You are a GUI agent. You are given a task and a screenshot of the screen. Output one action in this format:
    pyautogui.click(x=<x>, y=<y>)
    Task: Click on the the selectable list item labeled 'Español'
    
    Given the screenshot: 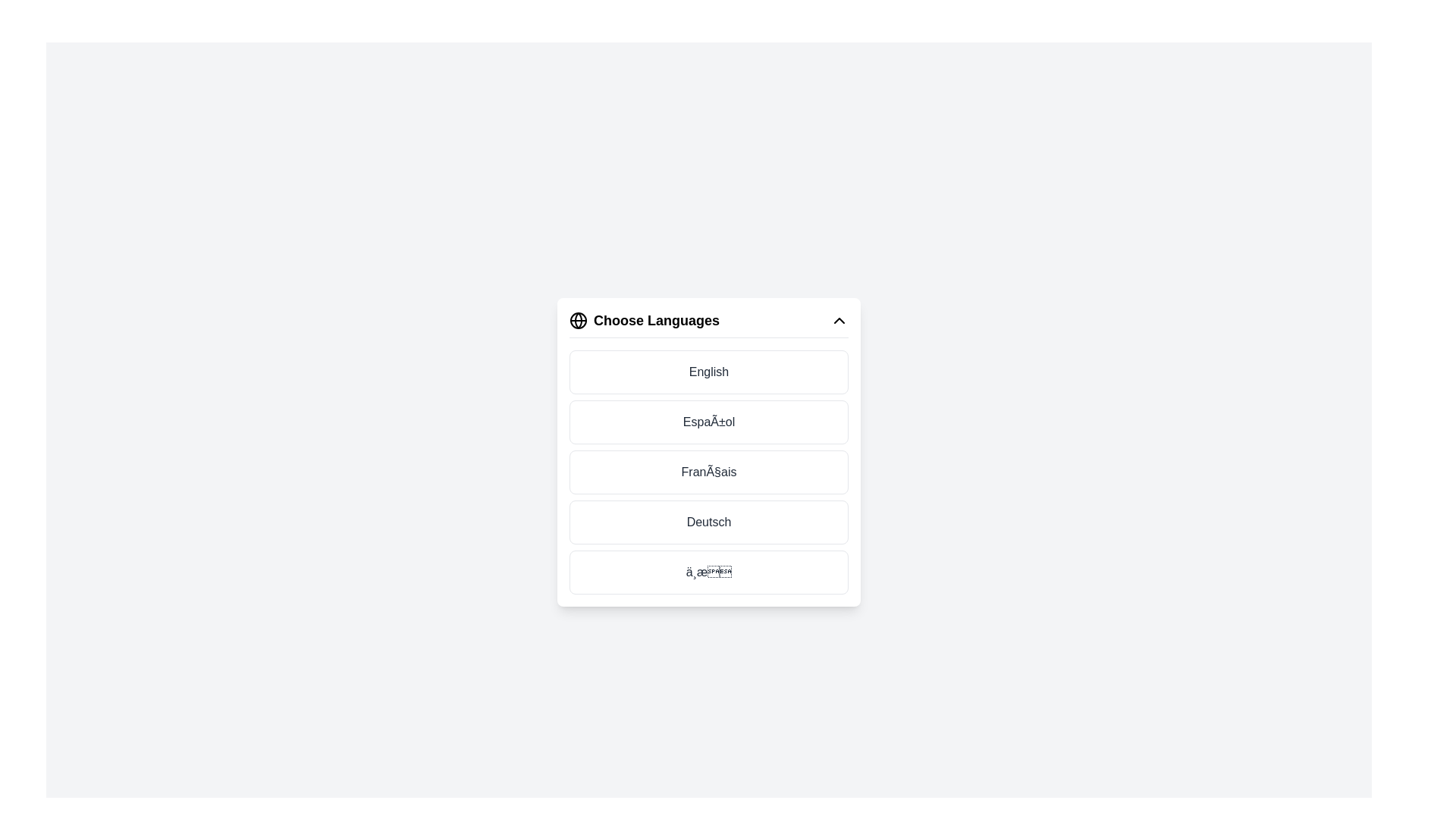 What is the action you would take?
    pyautogui.click(x=708, y=422)
    